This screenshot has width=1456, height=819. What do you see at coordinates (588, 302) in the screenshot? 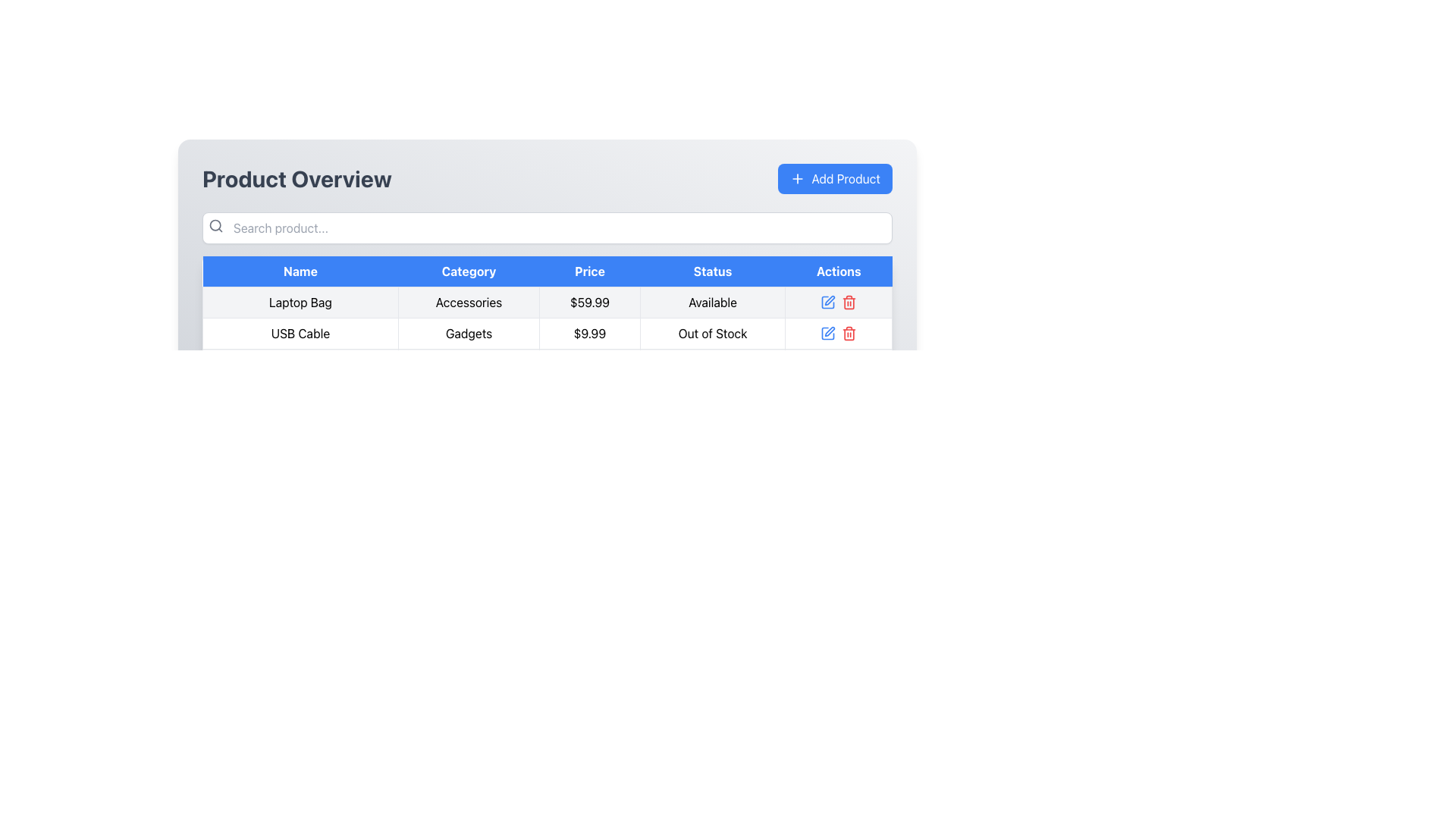
I see `the text label displaying the price '$59.99' in black font on a light gray background, located in the third column of the first data row in the product information table` at bounding box center [588, 302].